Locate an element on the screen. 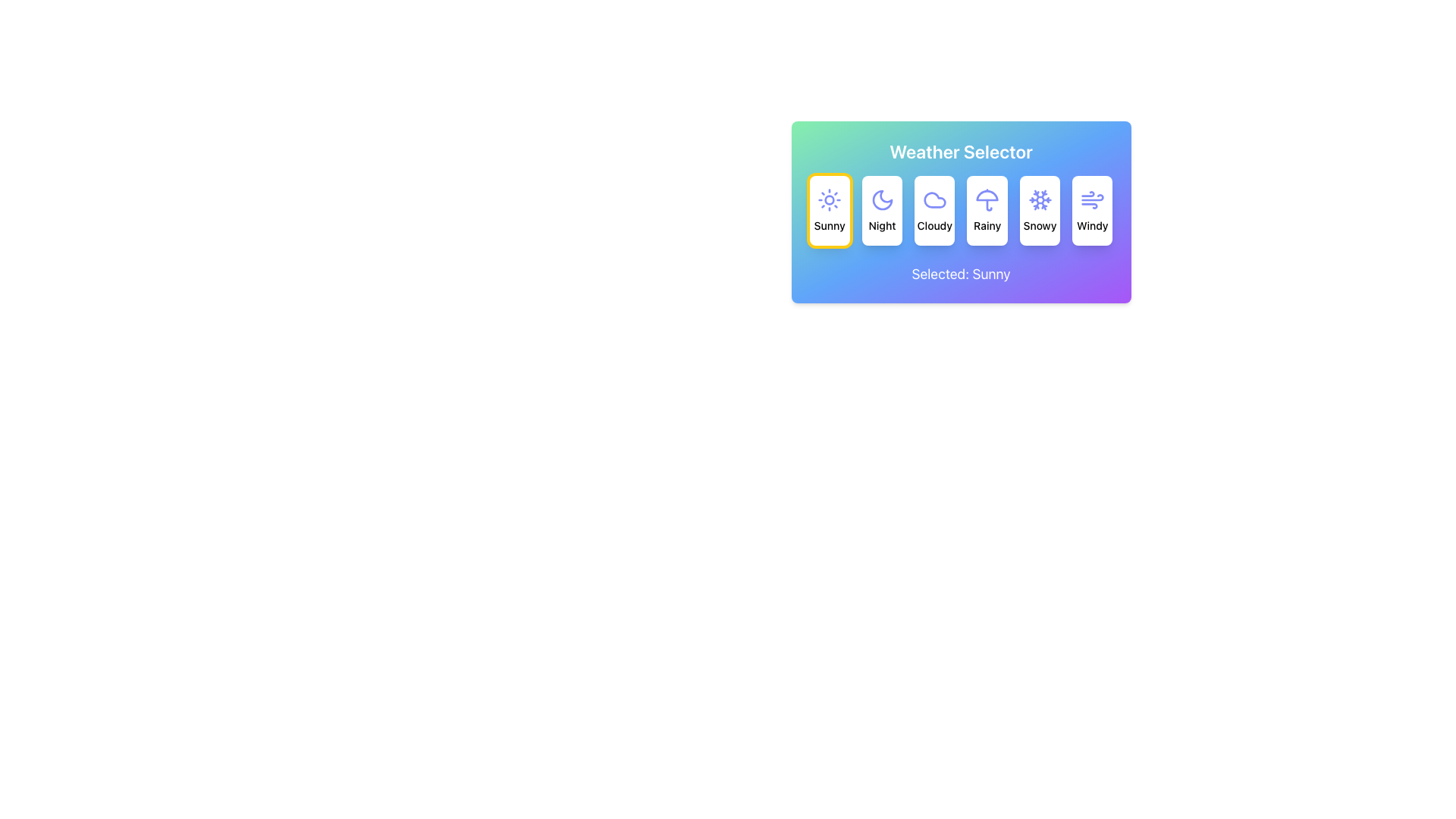 This screenshot has width=1456, height=819. the 'Windy' weather condition icon, which is centrally positioned above the 'Windy' label in the last option of the weather selector, to trigger a tooltip is located at coordinates (1092, 199).